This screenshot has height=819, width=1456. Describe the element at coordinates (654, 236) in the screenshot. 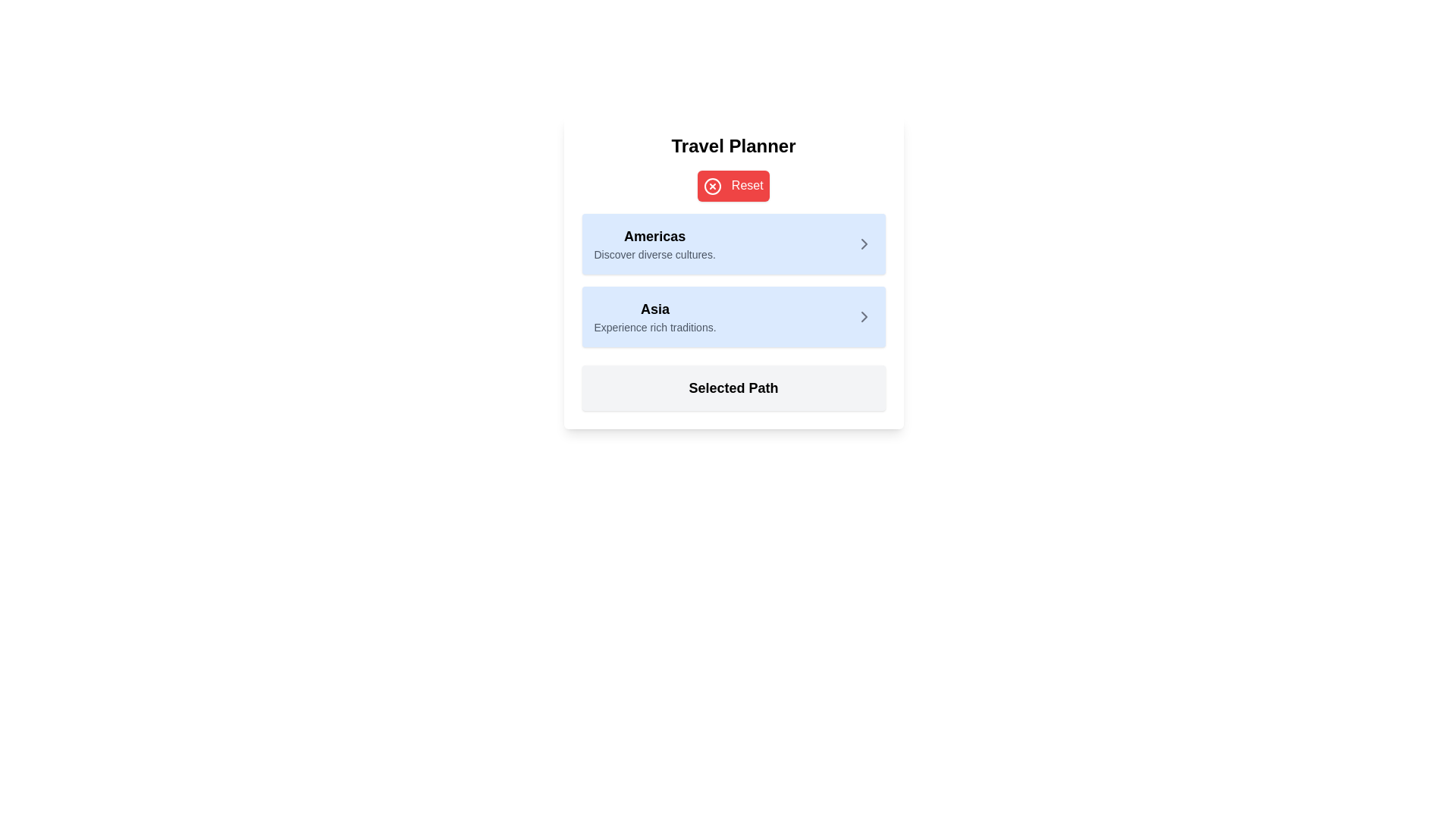

I see `the styled text label 'Americas', which is a bold, large font title located in a light blue section above the text 'Discover diverse cultures'` at that location.